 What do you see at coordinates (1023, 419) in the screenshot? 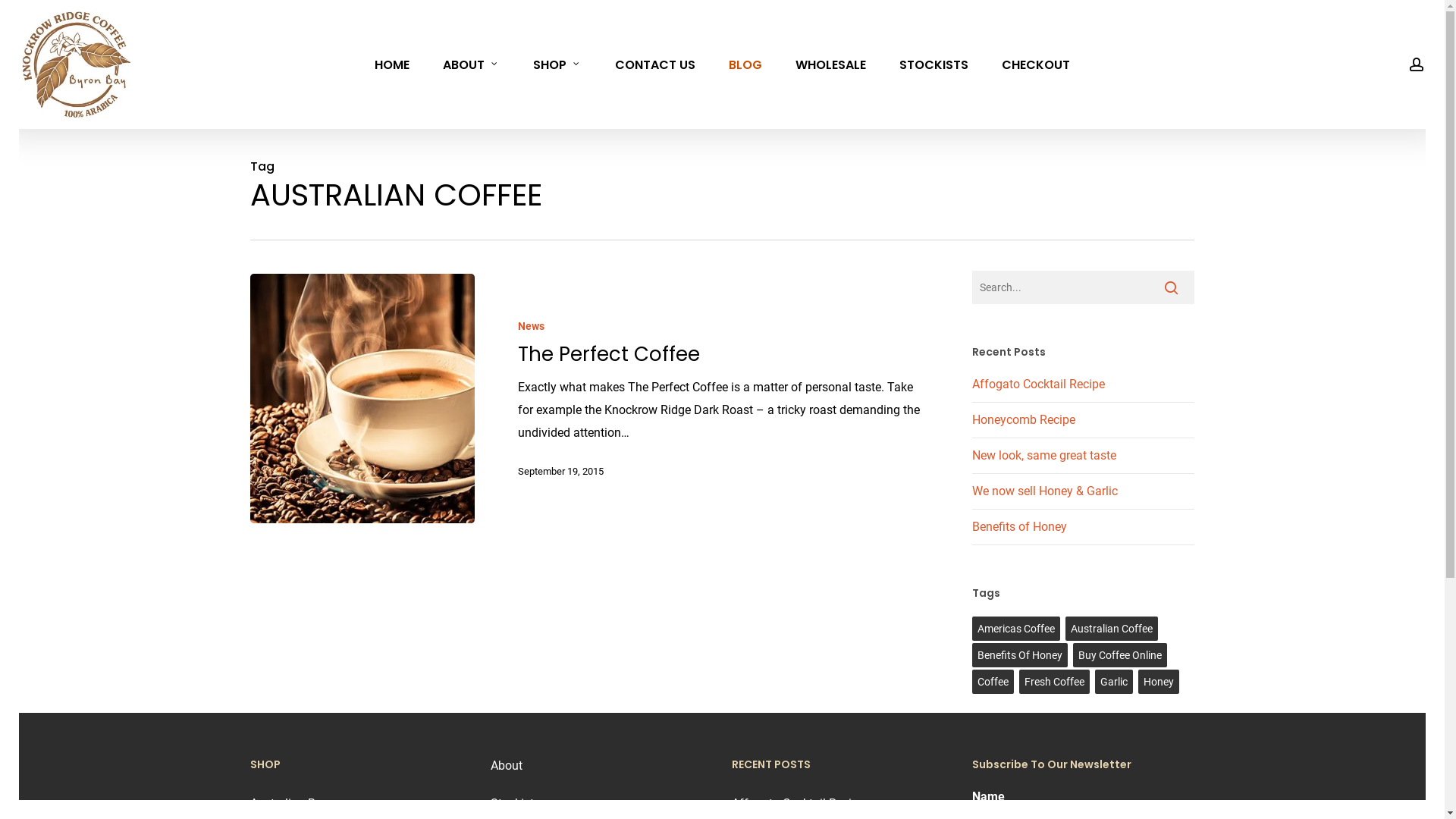
I see `'Honeycomb Recipe'` at bounding box center [1023, 419].